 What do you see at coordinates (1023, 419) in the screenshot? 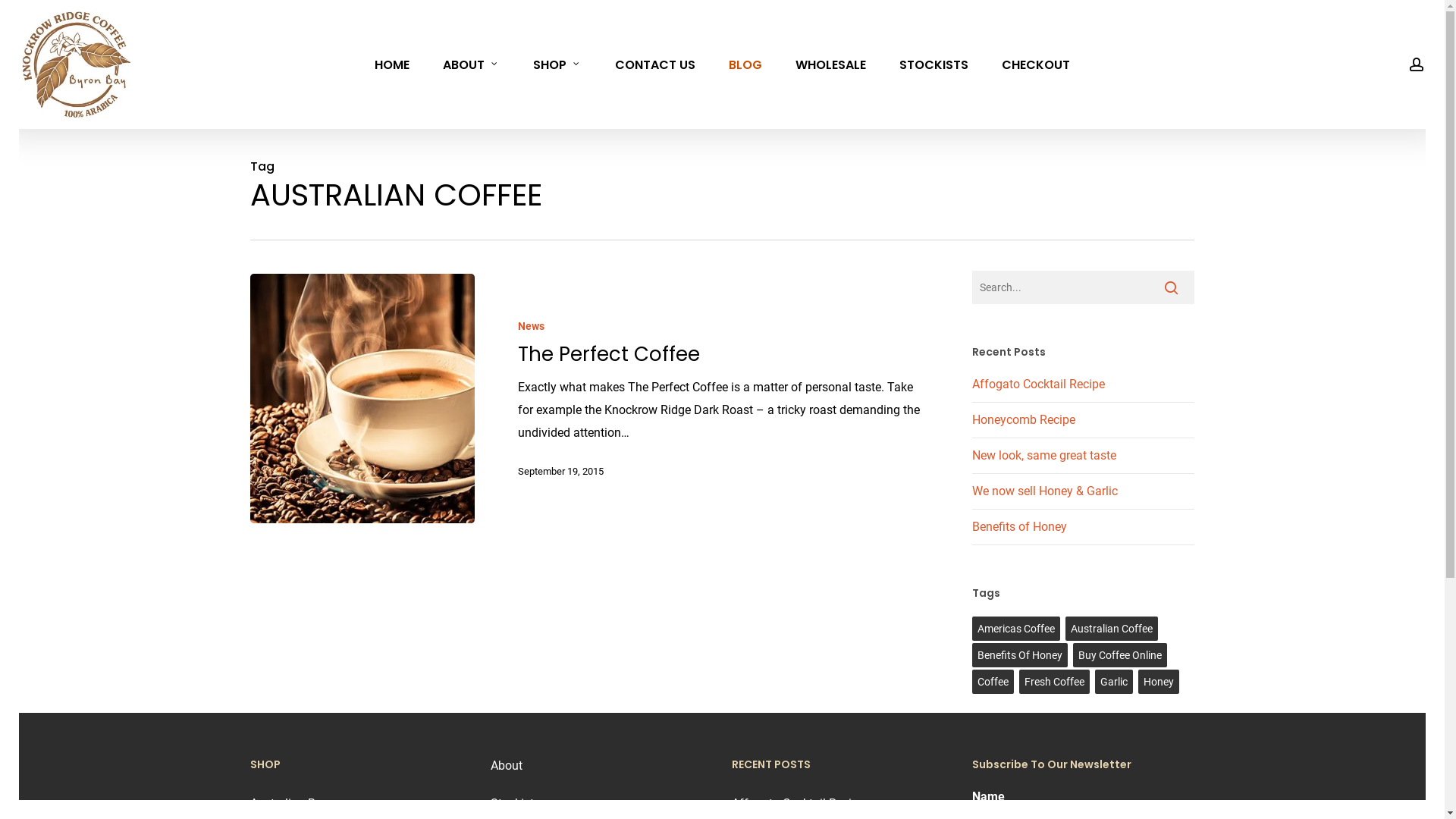
I see `'Honeycomb Recipe'` at bounding box center [1023, 419].